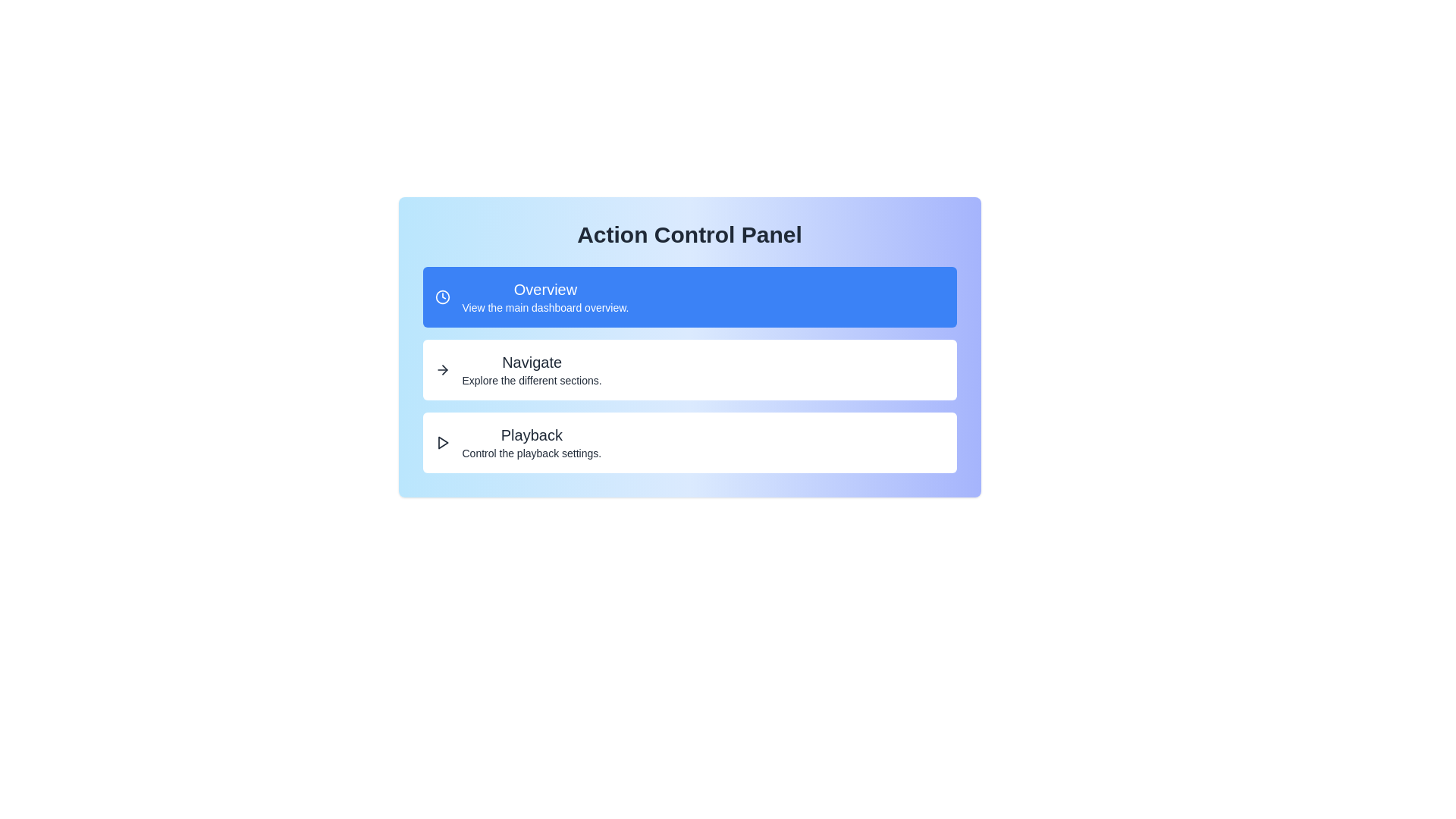 The width and height of the screenshot is (1456, 819). What do you see at coordinates (689, 370) in the screenshot?
I see `the middle interactive card in the vertical stack of three cards` at bounding box center [689, 370].